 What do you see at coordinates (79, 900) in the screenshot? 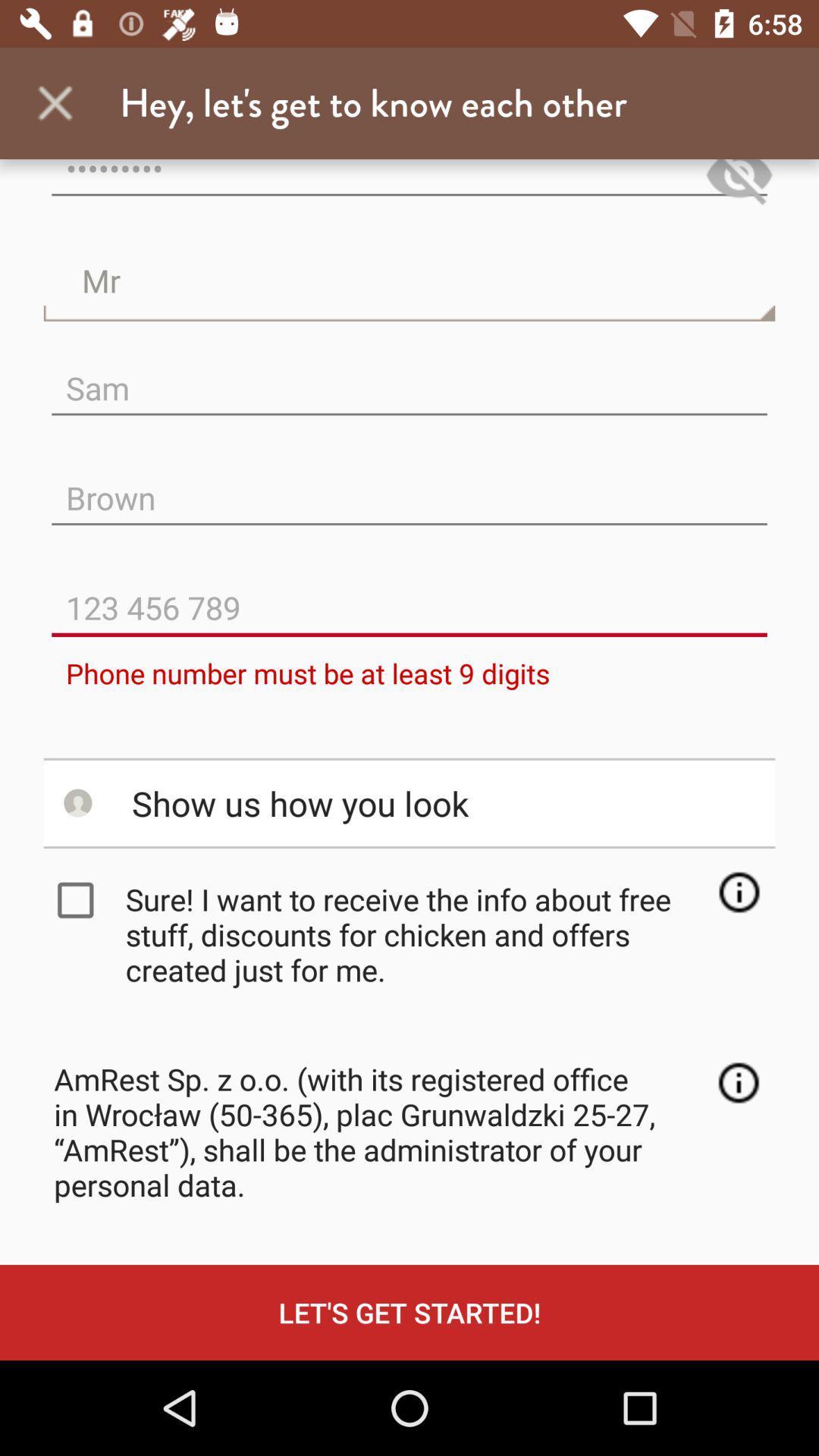
I see `check option` at bounding box center [79, 900].